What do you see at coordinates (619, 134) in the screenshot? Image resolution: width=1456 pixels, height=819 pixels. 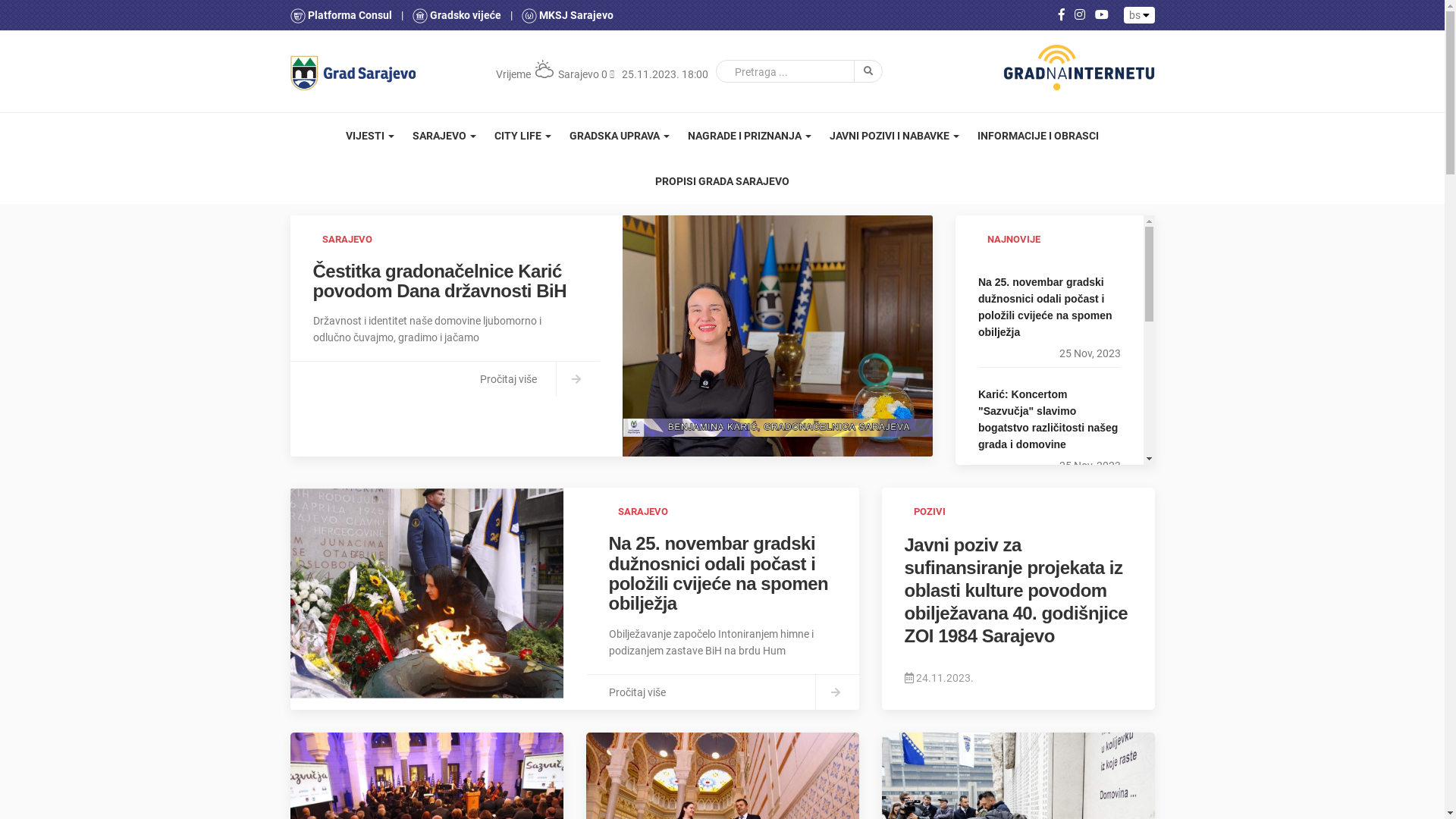 I see `'GRADSKA UPRAVA'` at bounding box center [619, 134].